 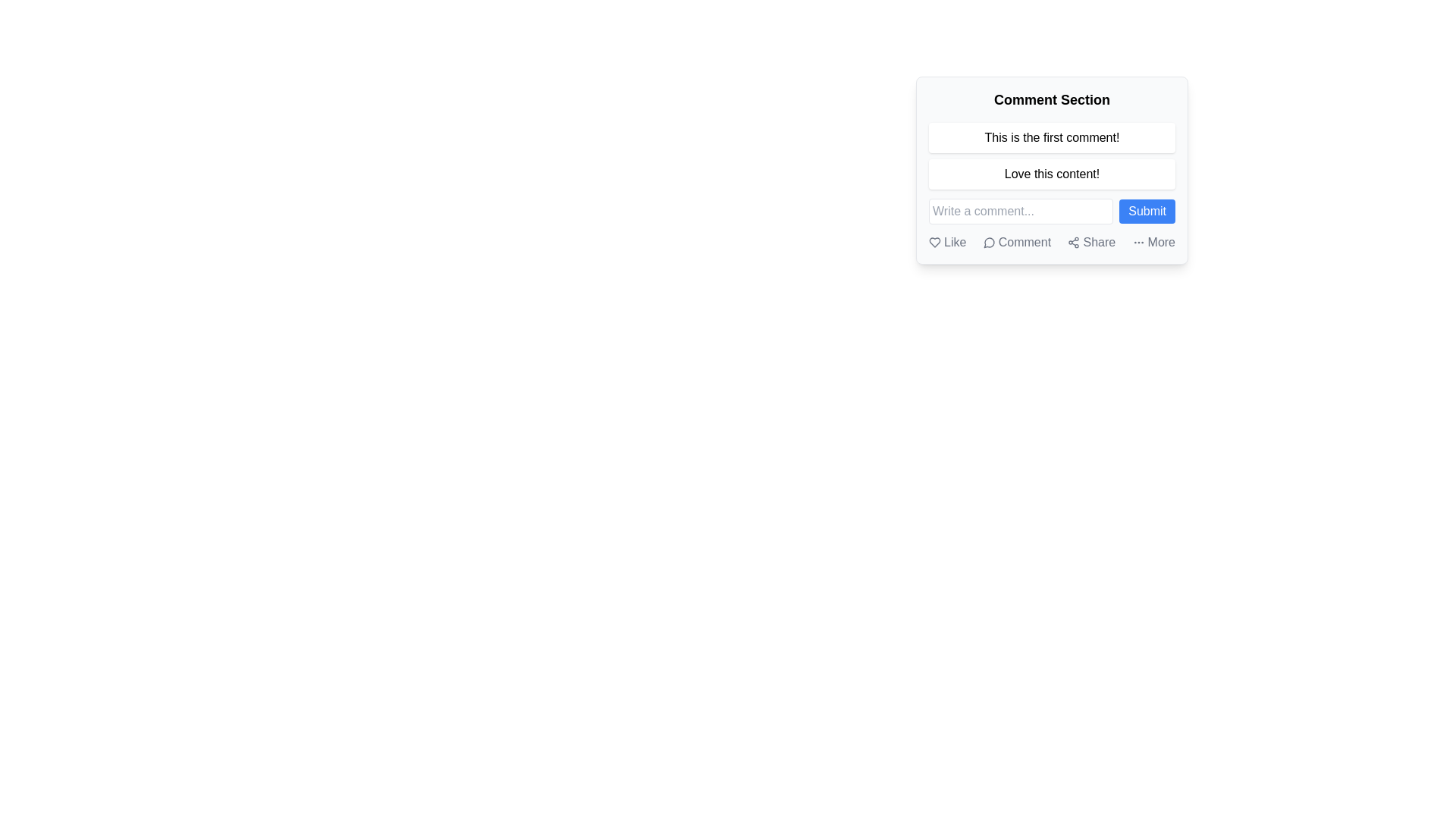 What do you see at coordinates (1051, 242) in the screenshot?
I see `the horizontal action menu located at the bottom of the comment section` at bounding box center [1051, 242].